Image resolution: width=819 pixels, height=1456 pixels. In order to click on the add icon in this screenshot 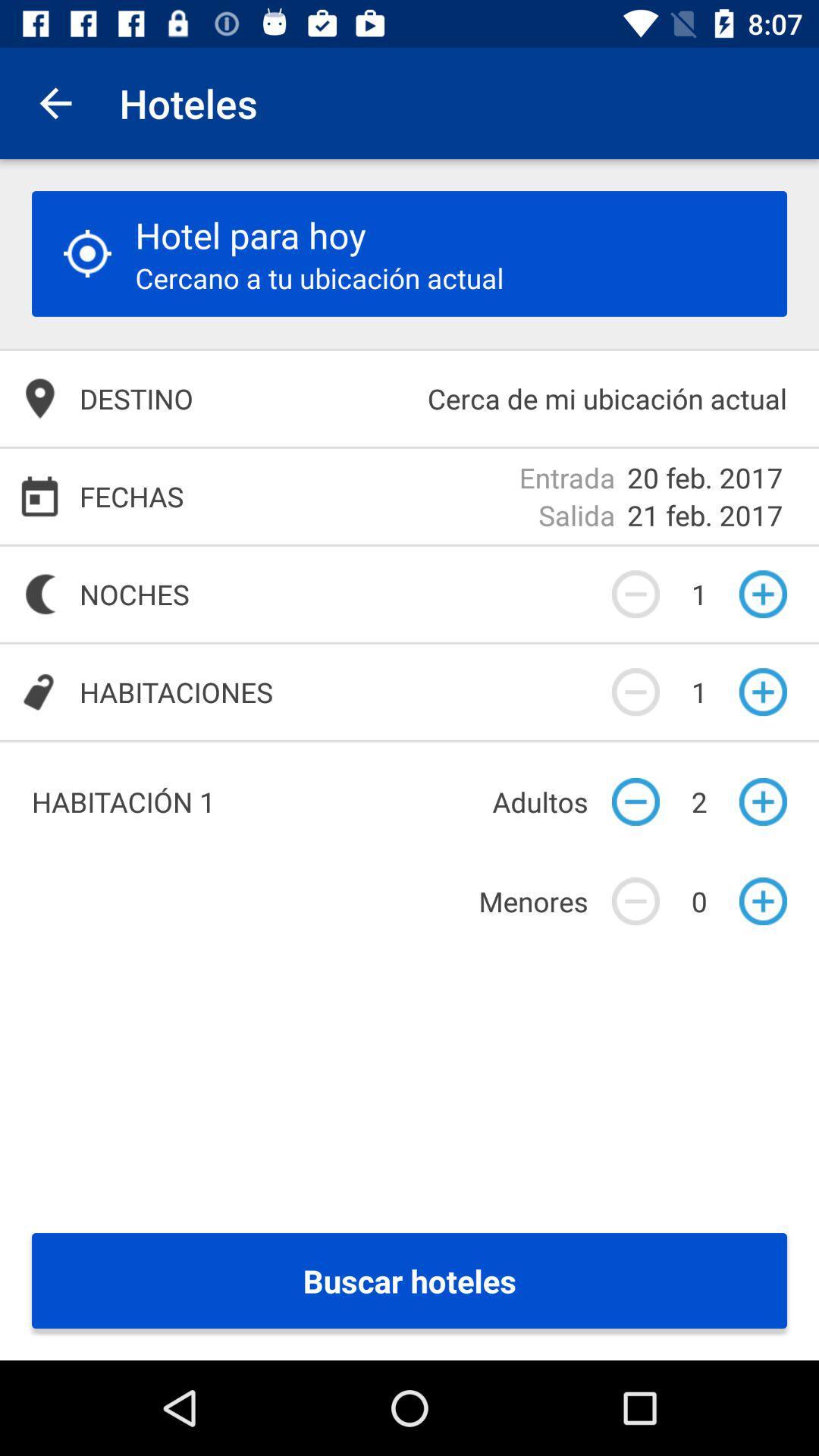, I will do `click(763, 901)`.